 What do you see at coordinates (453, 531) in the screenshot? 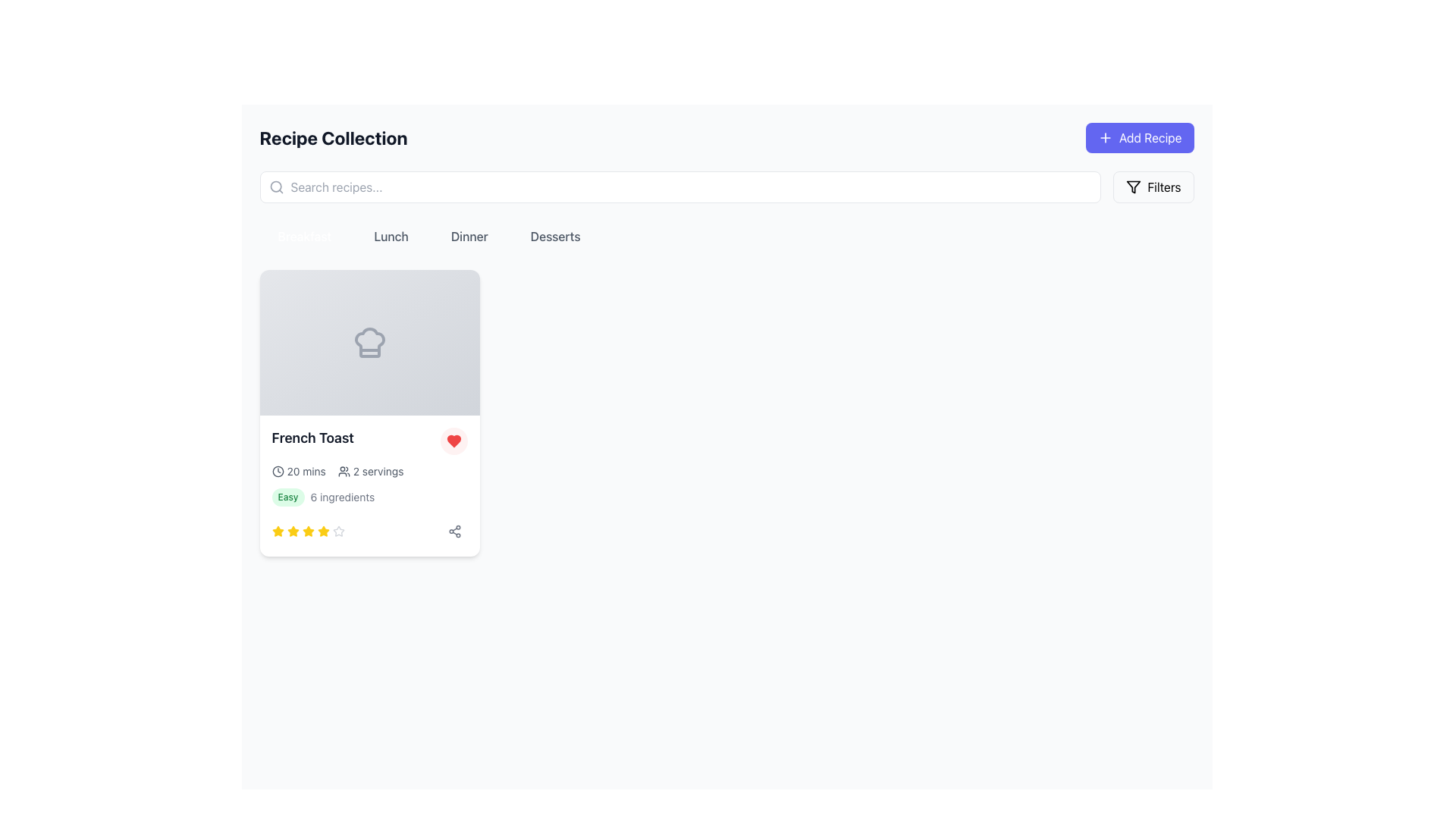
I see `the share icon, which features three solid circles connected by diagonal lines, located at the top-right corner of its rounded button` at bounding box center [453, 531].